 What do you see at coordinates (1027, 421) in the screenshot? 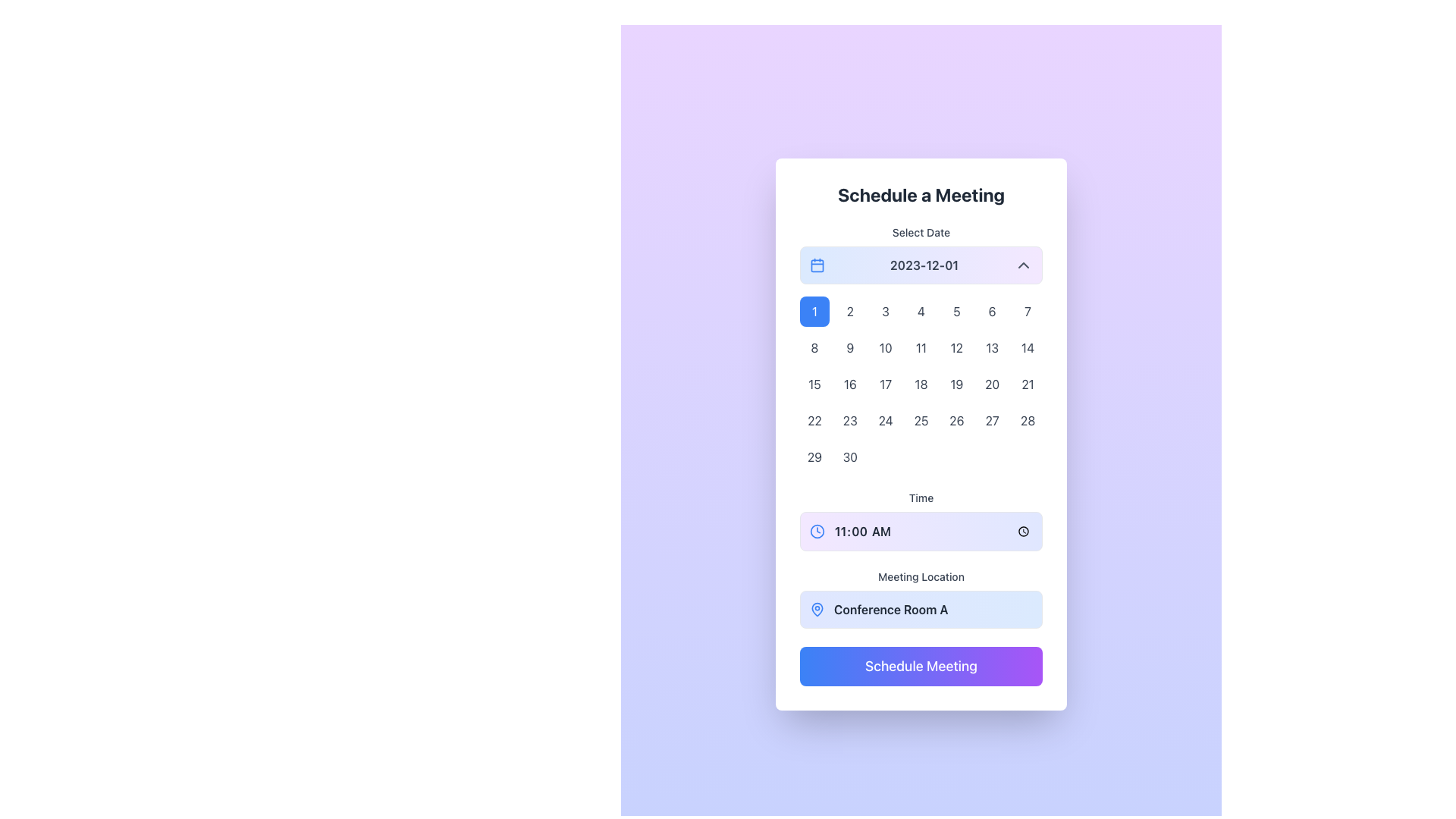
I see `the button displaying the text '28' in the date picker interface` at bounding box center [1027, 421].